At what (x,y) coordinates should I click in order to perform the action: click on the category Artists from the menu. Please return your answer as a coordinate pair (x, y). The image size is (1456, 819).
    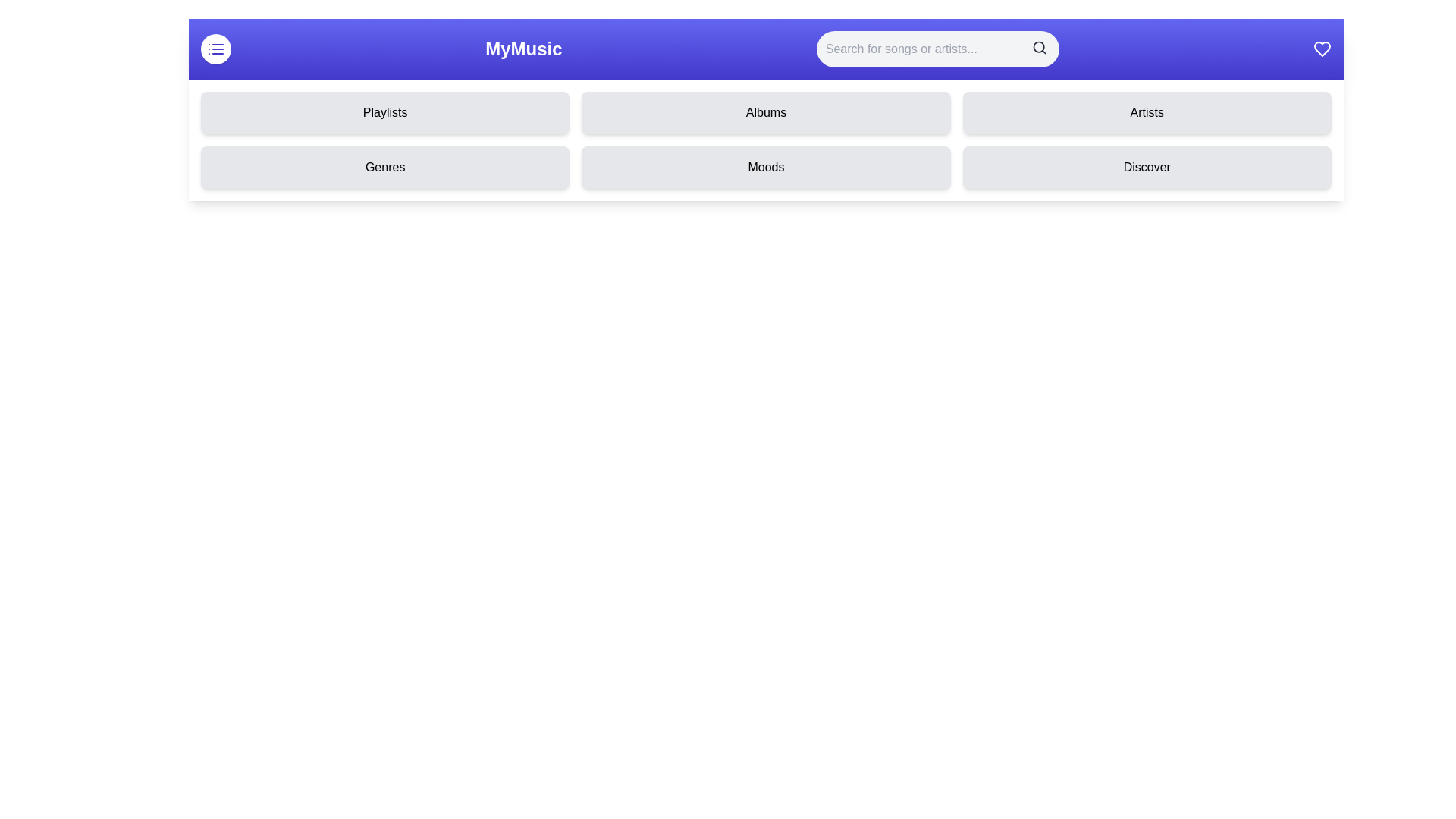
    Looking at the image, I should click on (1147, 112).